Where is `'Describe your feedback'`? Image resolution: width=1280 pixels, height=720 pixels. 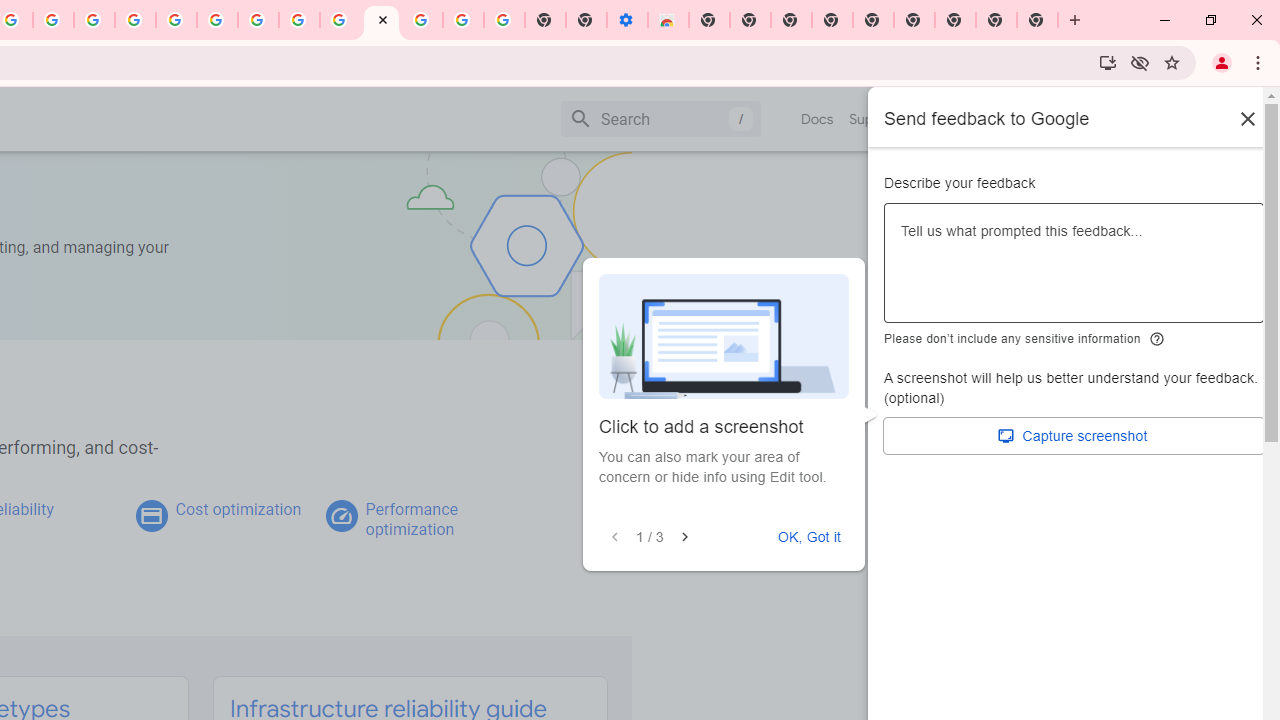
'Describe your feedback' is located at coordinates (1073, 271).